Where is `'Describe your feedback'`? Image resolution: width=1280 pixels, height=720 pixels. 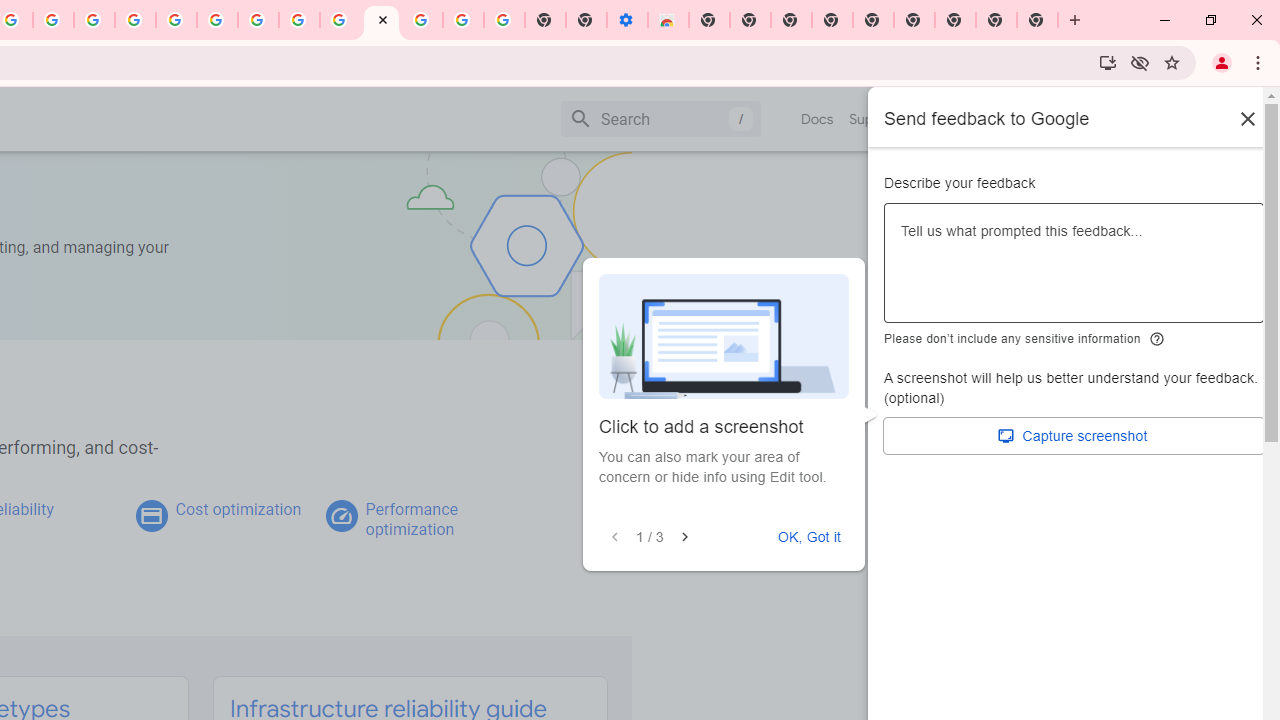
'Describe your feedback' is located at coordinates (1073, 271).